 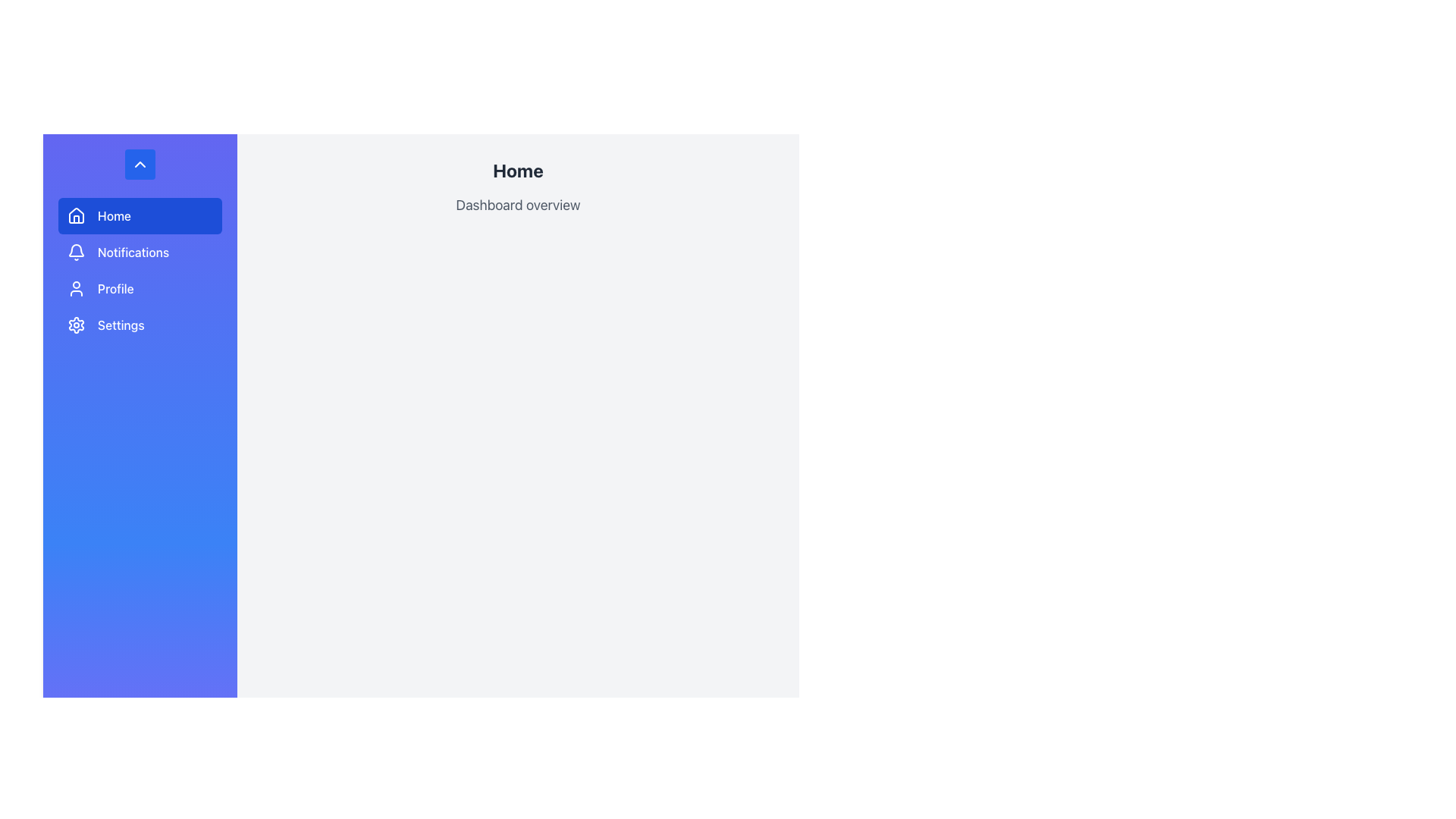 What do you see at coordinates (140, 270) in the screenshot?
I see `the 'Notifications' navigation menu item in the sidebar` at bounding box center [140, 270].